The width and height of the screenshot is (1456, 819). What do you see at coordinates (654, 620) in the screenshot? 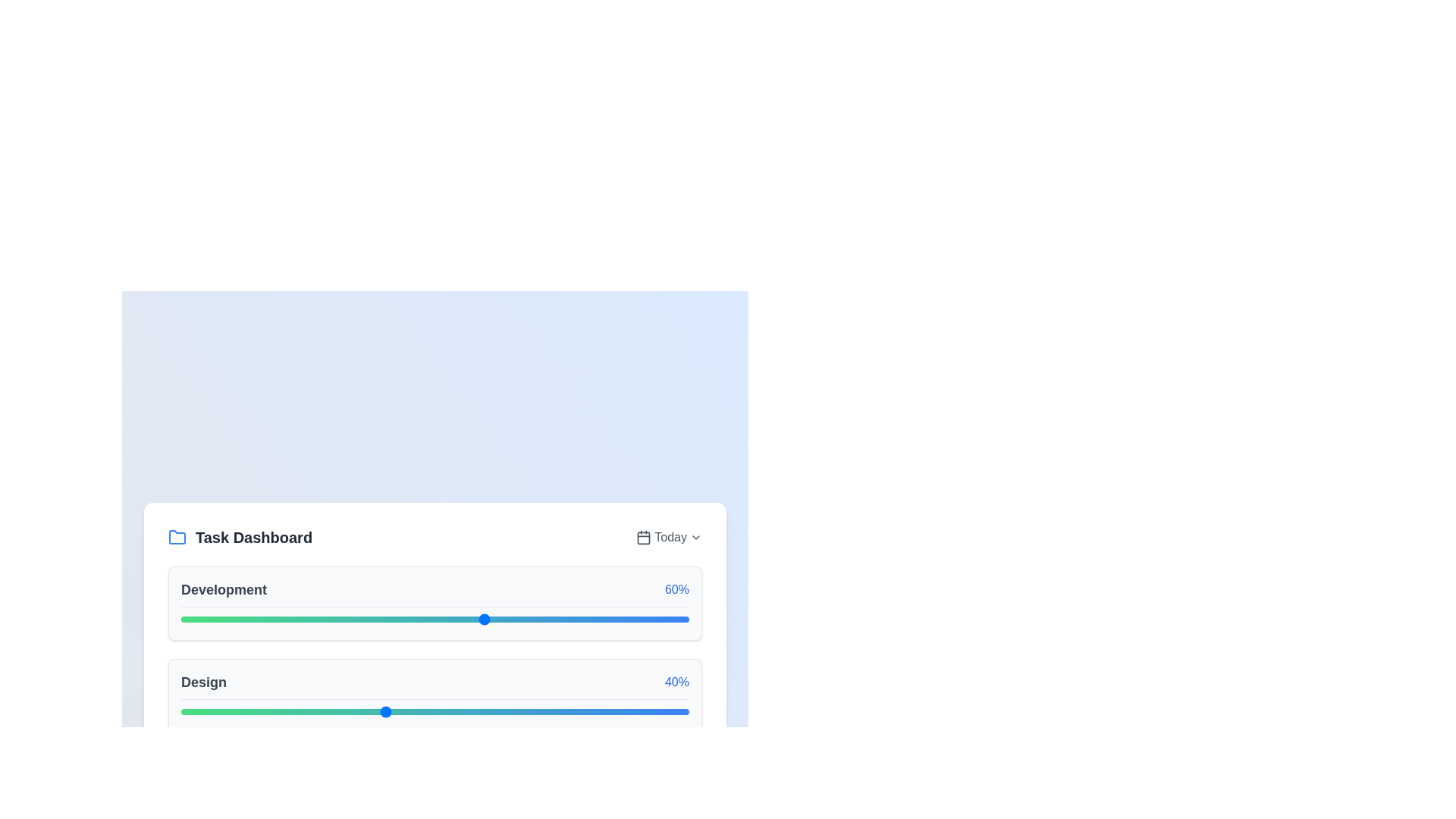
I see `the slider` at bounding box center [654, 620].